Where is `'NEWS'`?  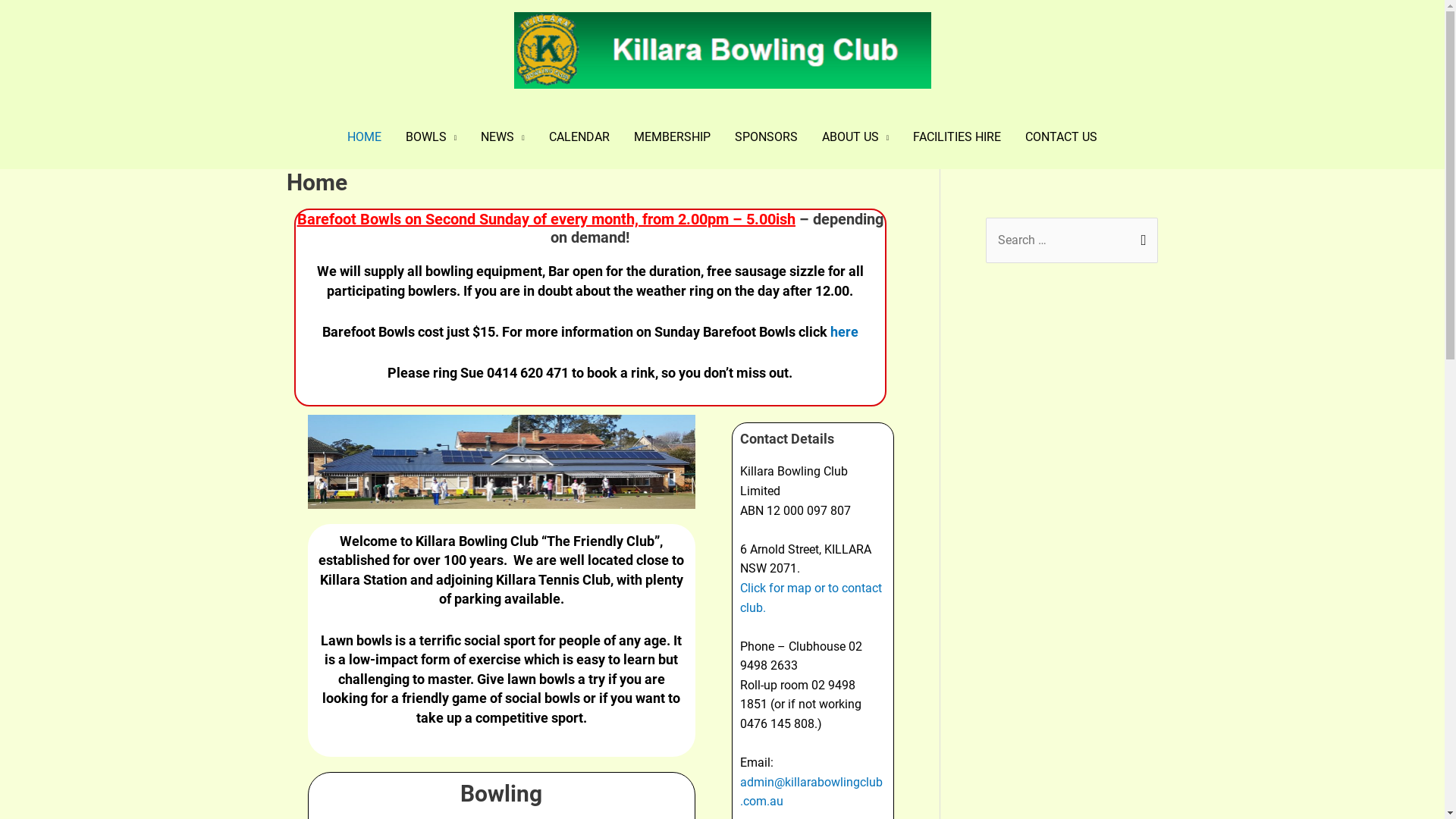 'NEWS' is located at coordinates (502, 137).